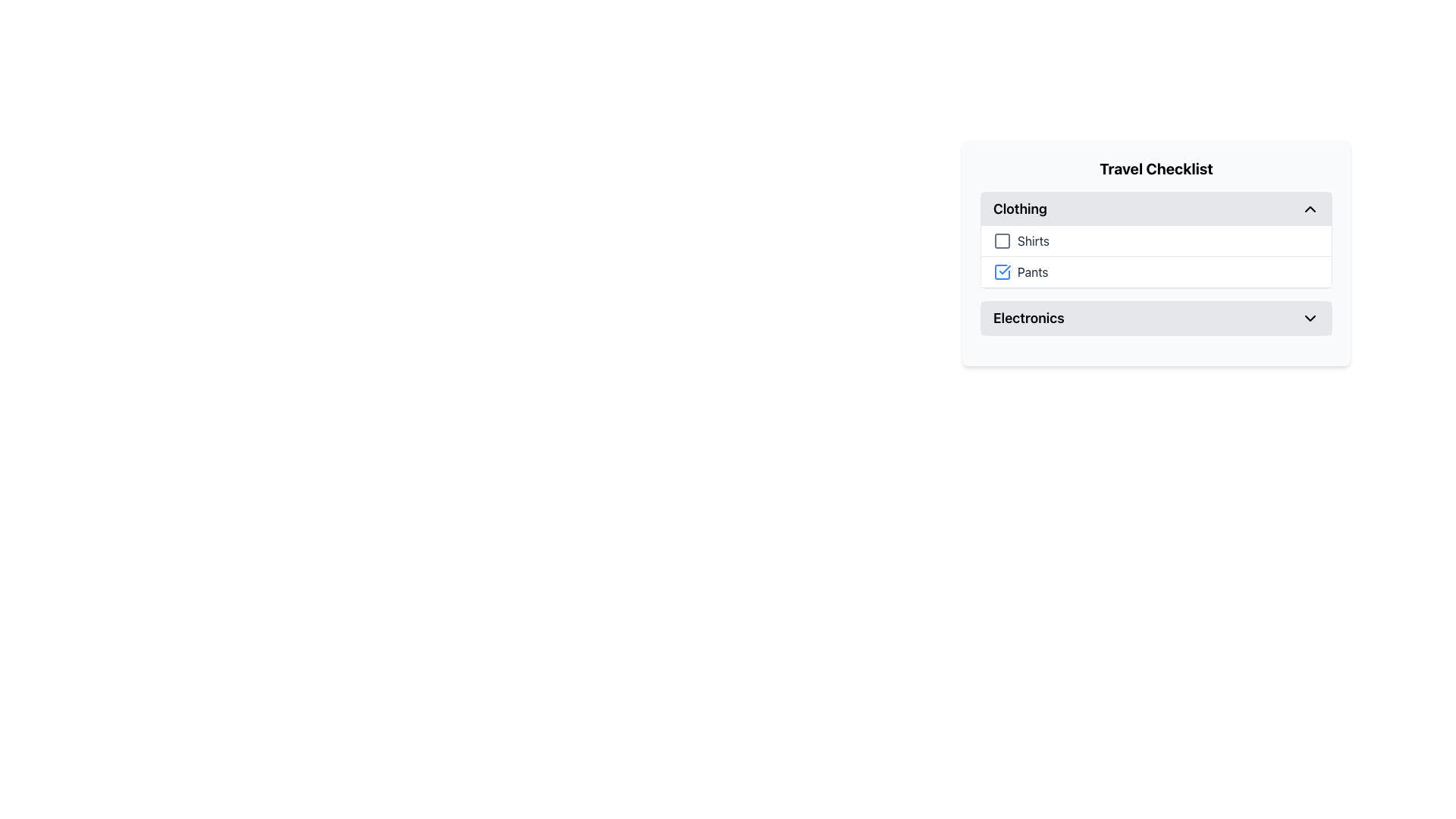 Image resolution: width=1456 pixels, height=819 pixels. Describe the element at coordinates (1310, 318) in the screenshot. I see `the downward-pointing chevron icon in the Electronics section` at that location.